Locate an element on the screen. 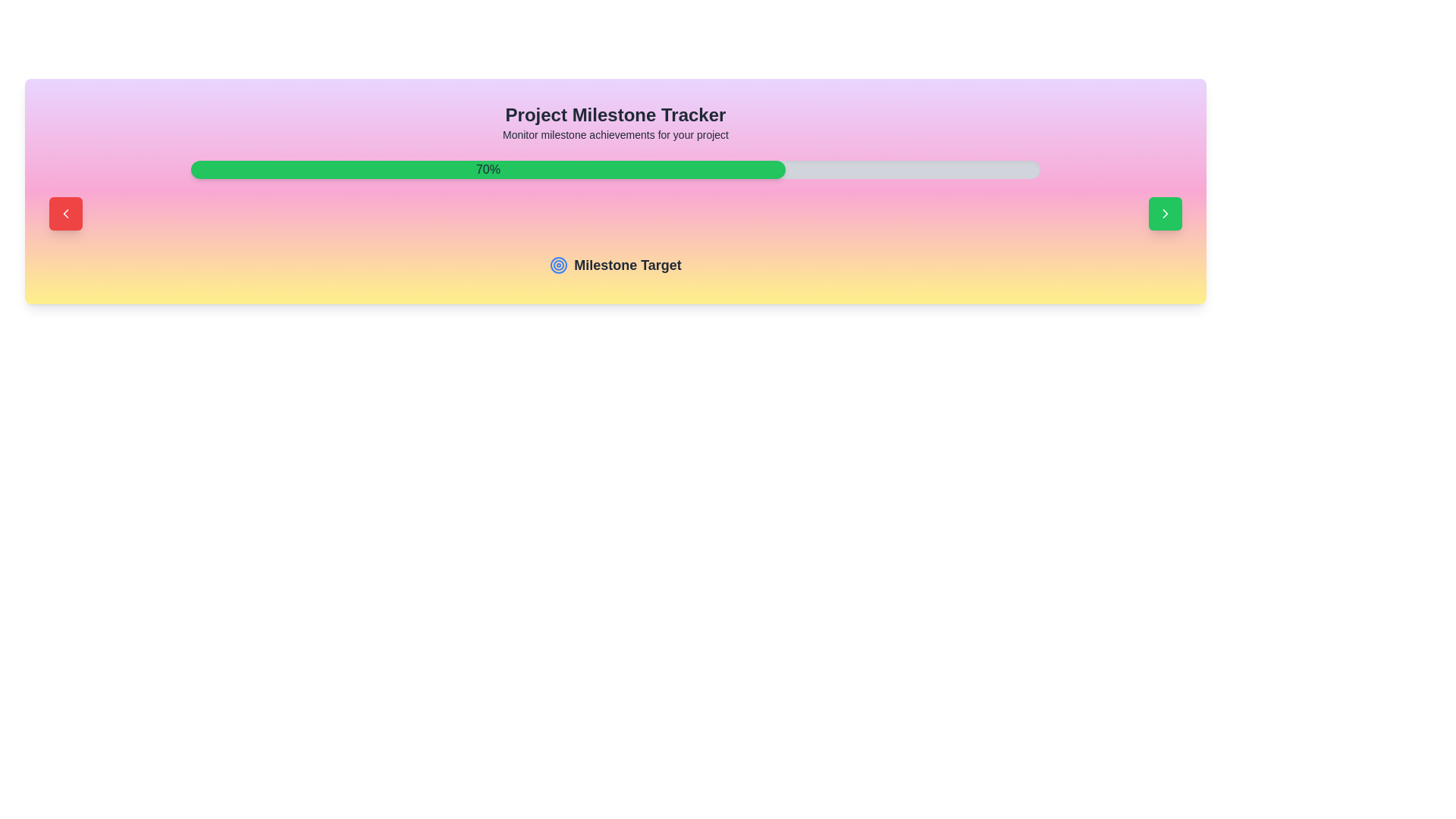 This screenshot has height=819, width=1456. the 'Milestone Target' label which is displayed in bold font with a blue target icon, located beneath the progress bar and heading in the middle-bottom portion of the layout is located at coordinates (615, 265).